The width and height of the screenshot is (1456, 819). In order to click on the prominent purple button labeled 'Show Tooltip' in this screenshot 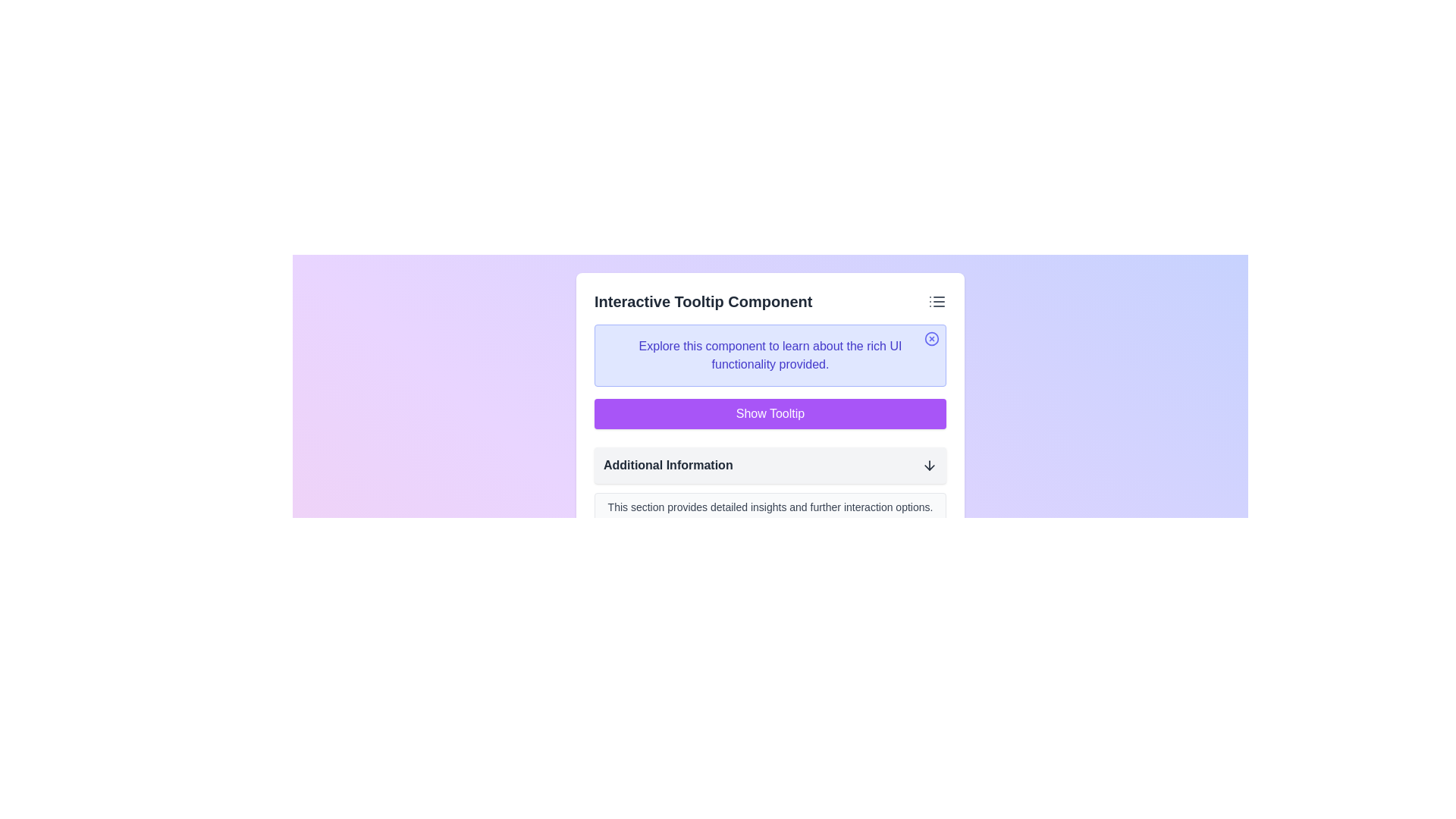, I will do `click(770, 414)`.